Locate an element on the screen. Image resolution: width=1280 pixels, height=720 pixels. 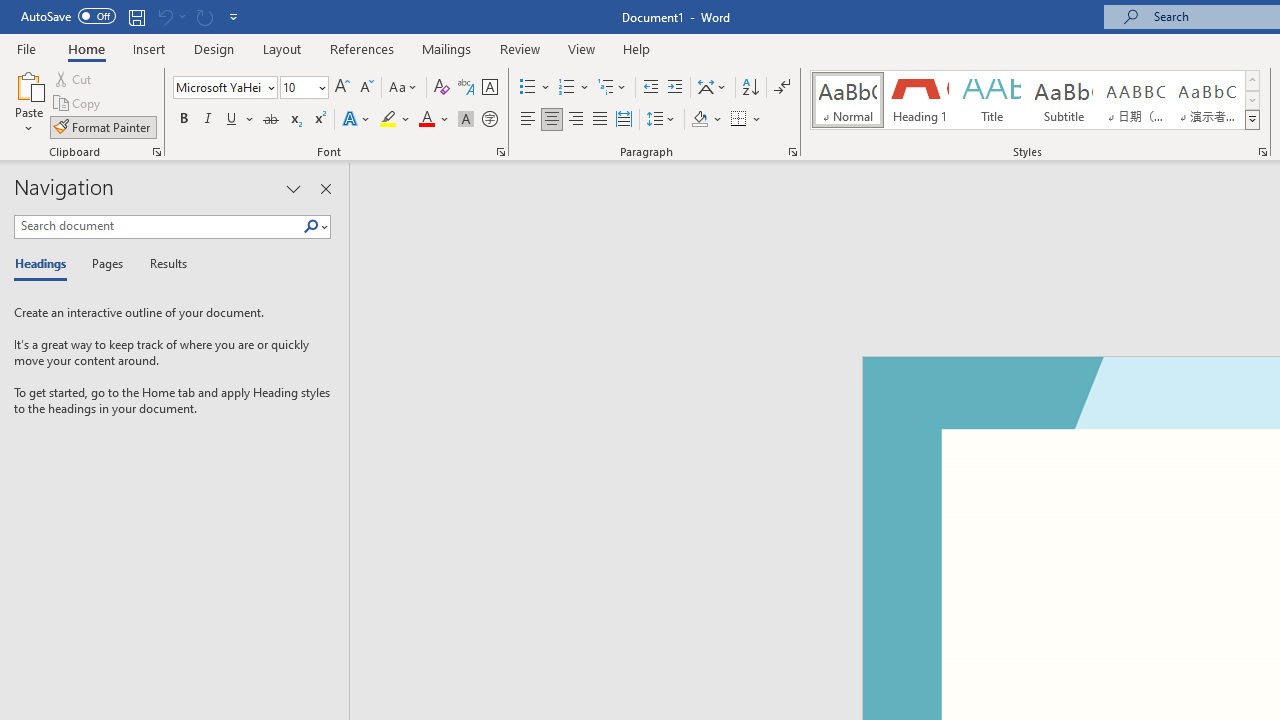
'AutomationID: QuickStylesGallery' is located at coordinates (1036, 100).